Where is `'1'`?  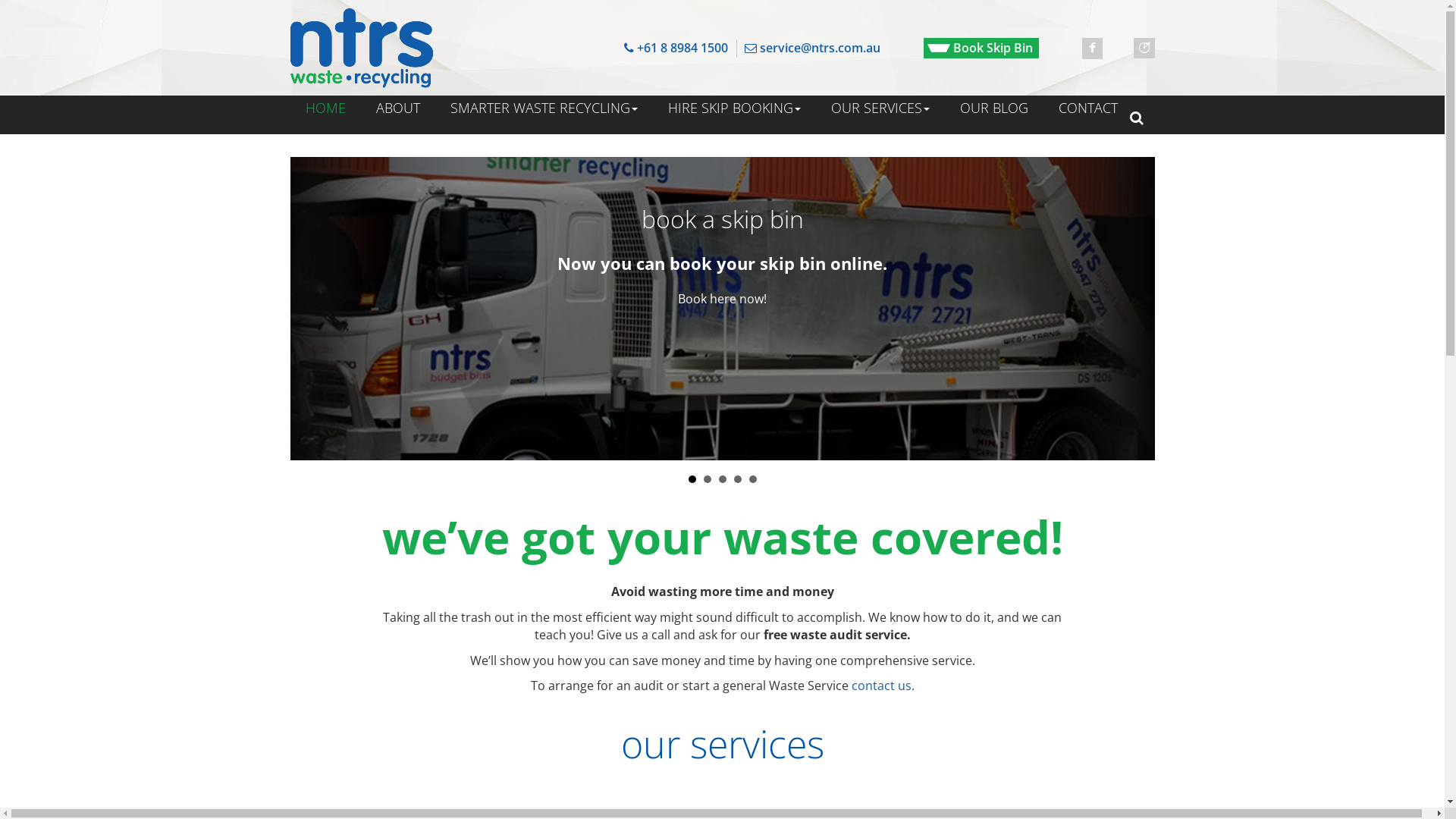 '1' is located at coordinates (691, 479).